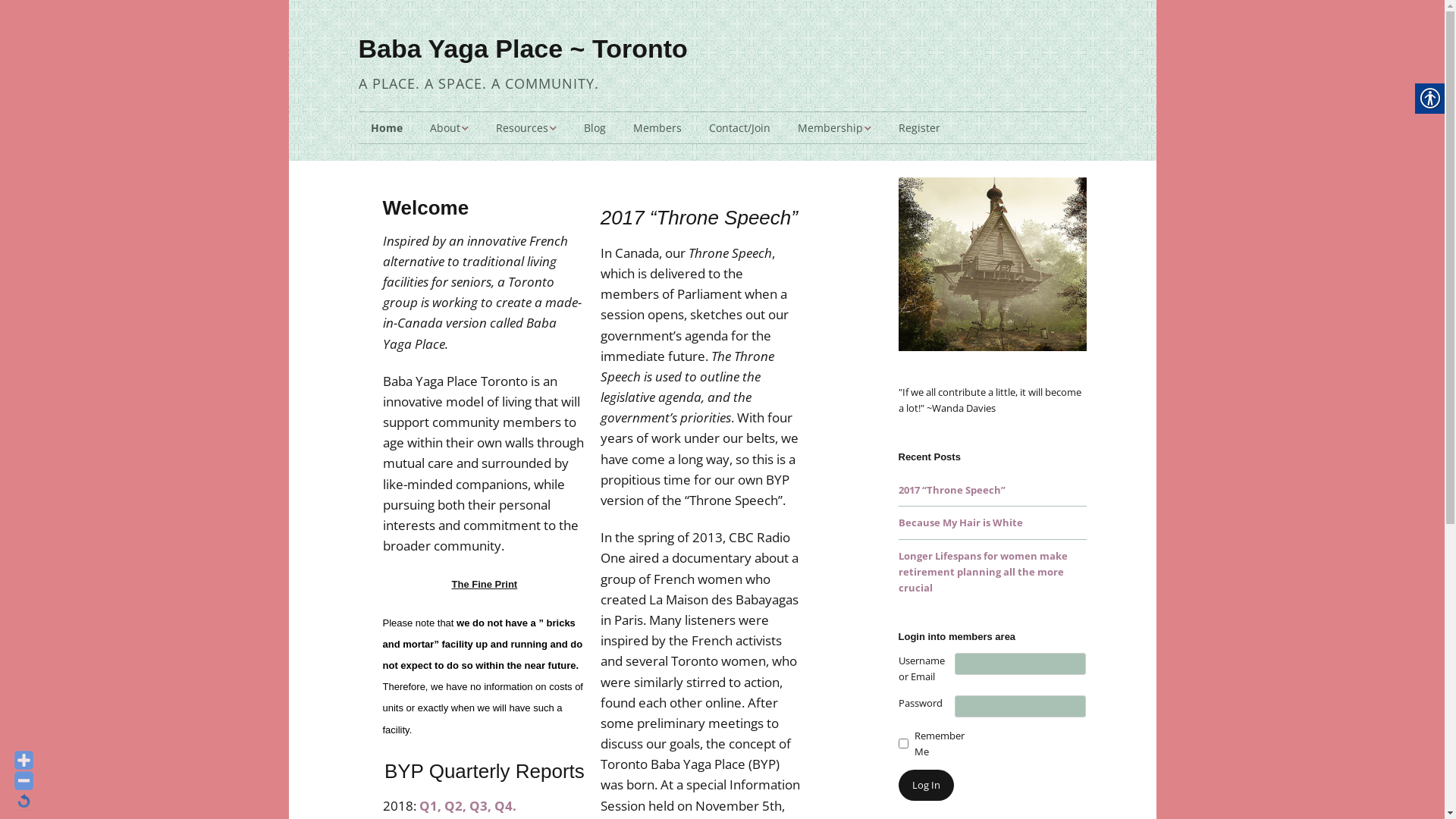 Image resolution: width=1456 pixels, height=819 pixels. I want to click on 'Q2,', so click(454, 805).